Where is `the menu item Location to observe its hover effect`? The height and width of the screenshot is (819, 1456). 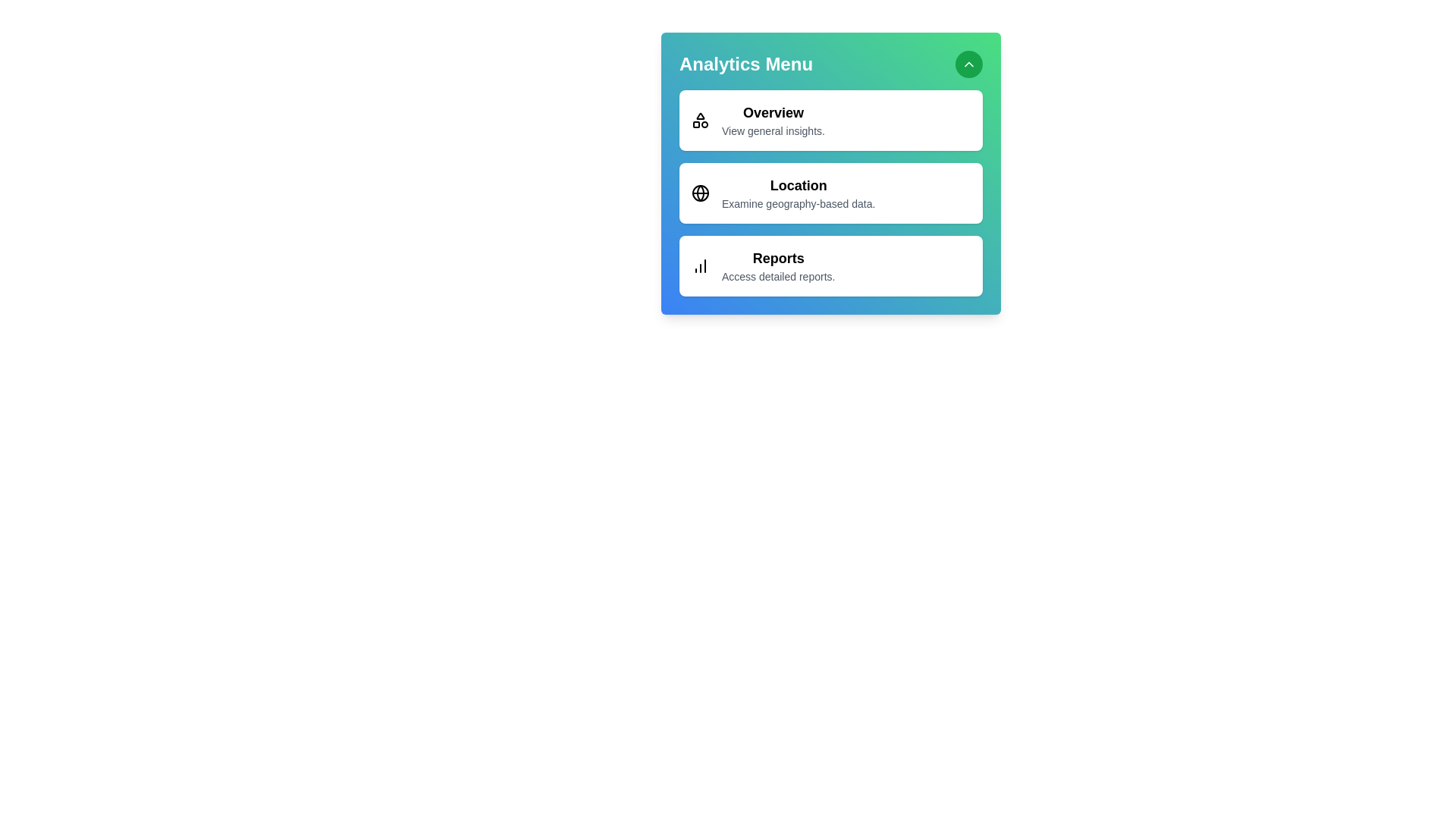
the menu item Location to observe its hover effect is located at coordinates (830, 192).